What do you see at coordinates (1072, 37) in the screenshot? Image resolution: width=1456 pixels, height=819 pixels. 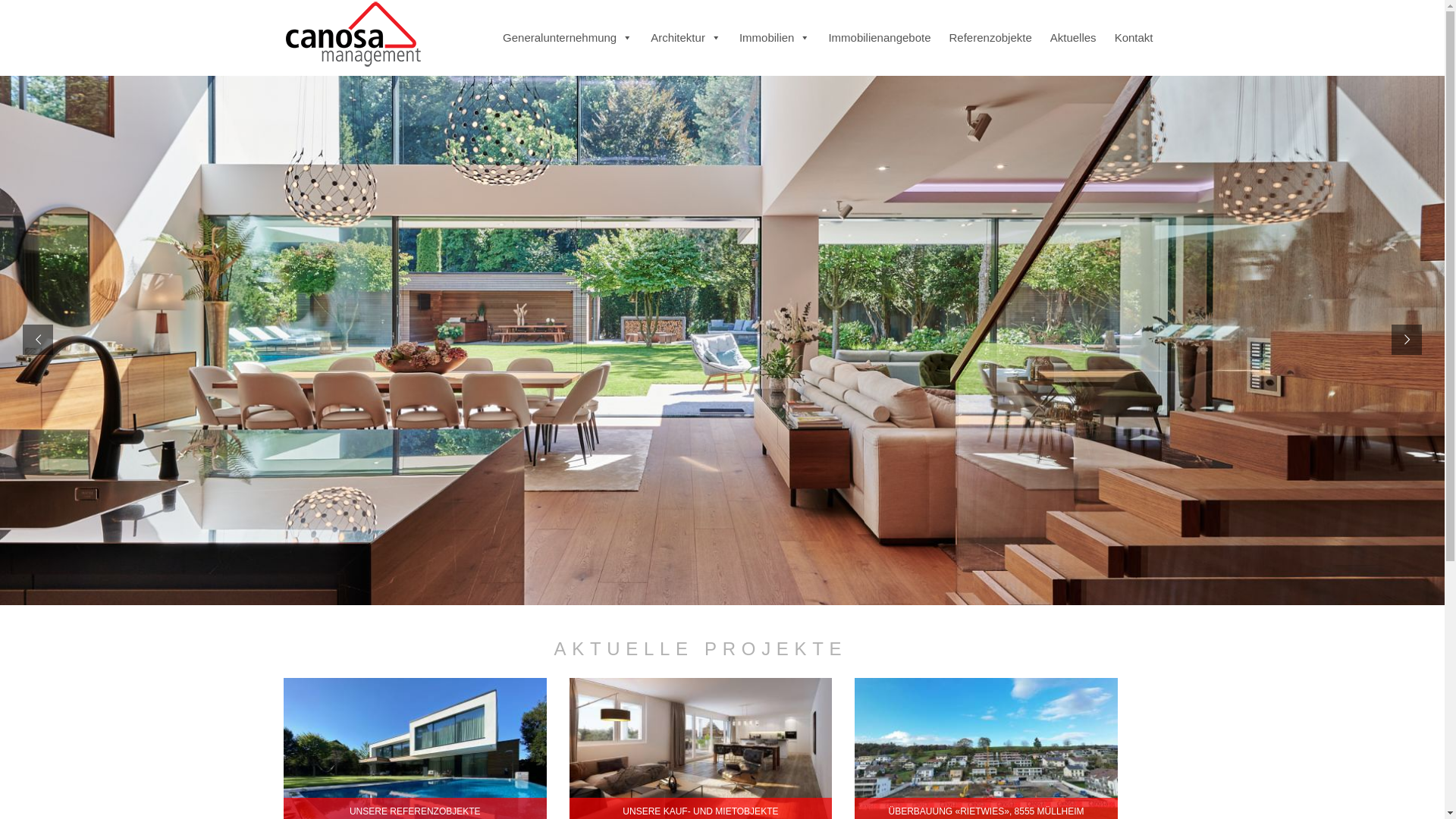 I see `'Aktuelles'` at bounding box center [1072, 37].